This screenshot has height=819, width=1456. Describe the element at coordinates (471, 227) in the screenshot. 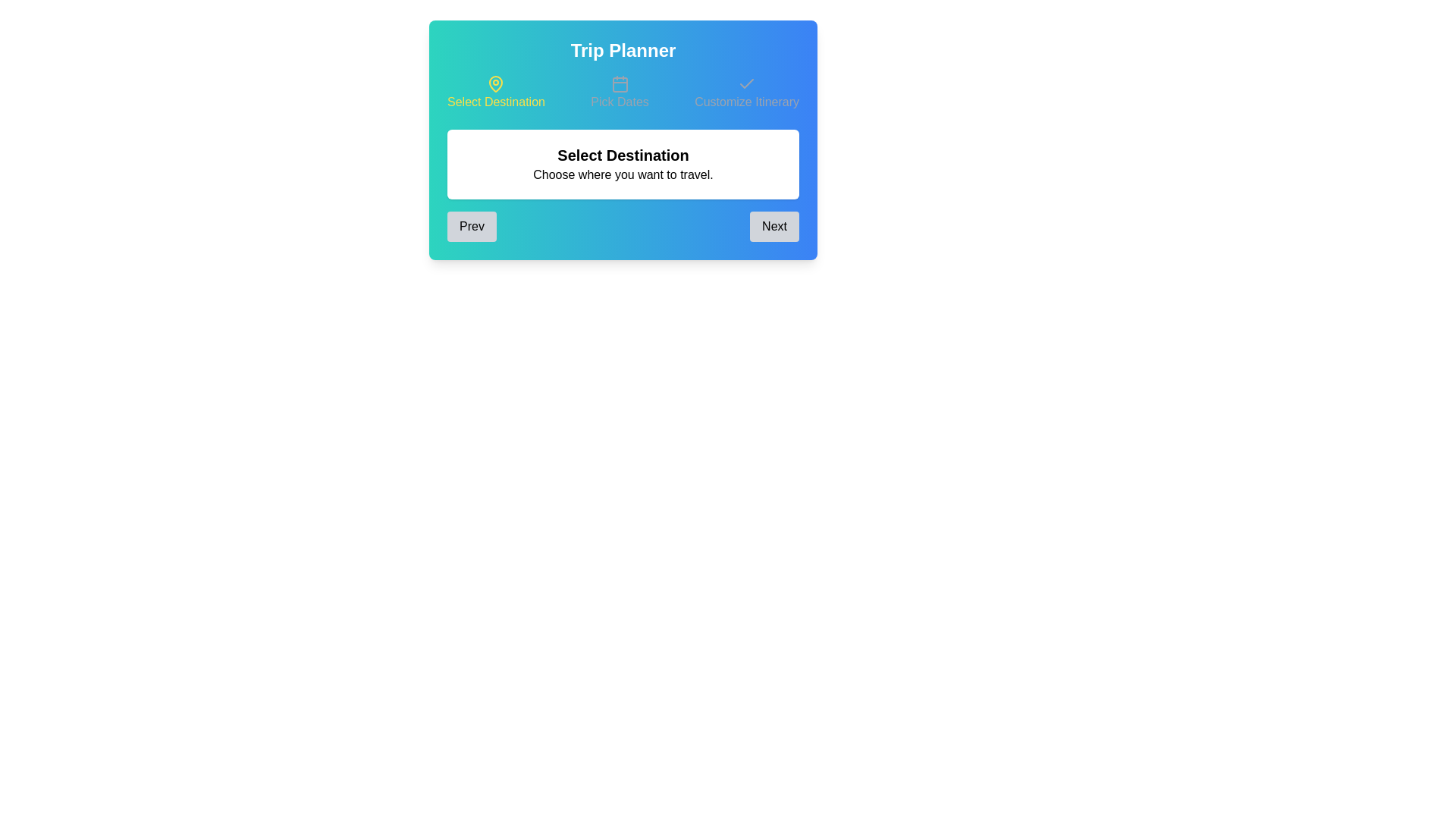

I see `the Prev button to navigate through the steps` at that location.